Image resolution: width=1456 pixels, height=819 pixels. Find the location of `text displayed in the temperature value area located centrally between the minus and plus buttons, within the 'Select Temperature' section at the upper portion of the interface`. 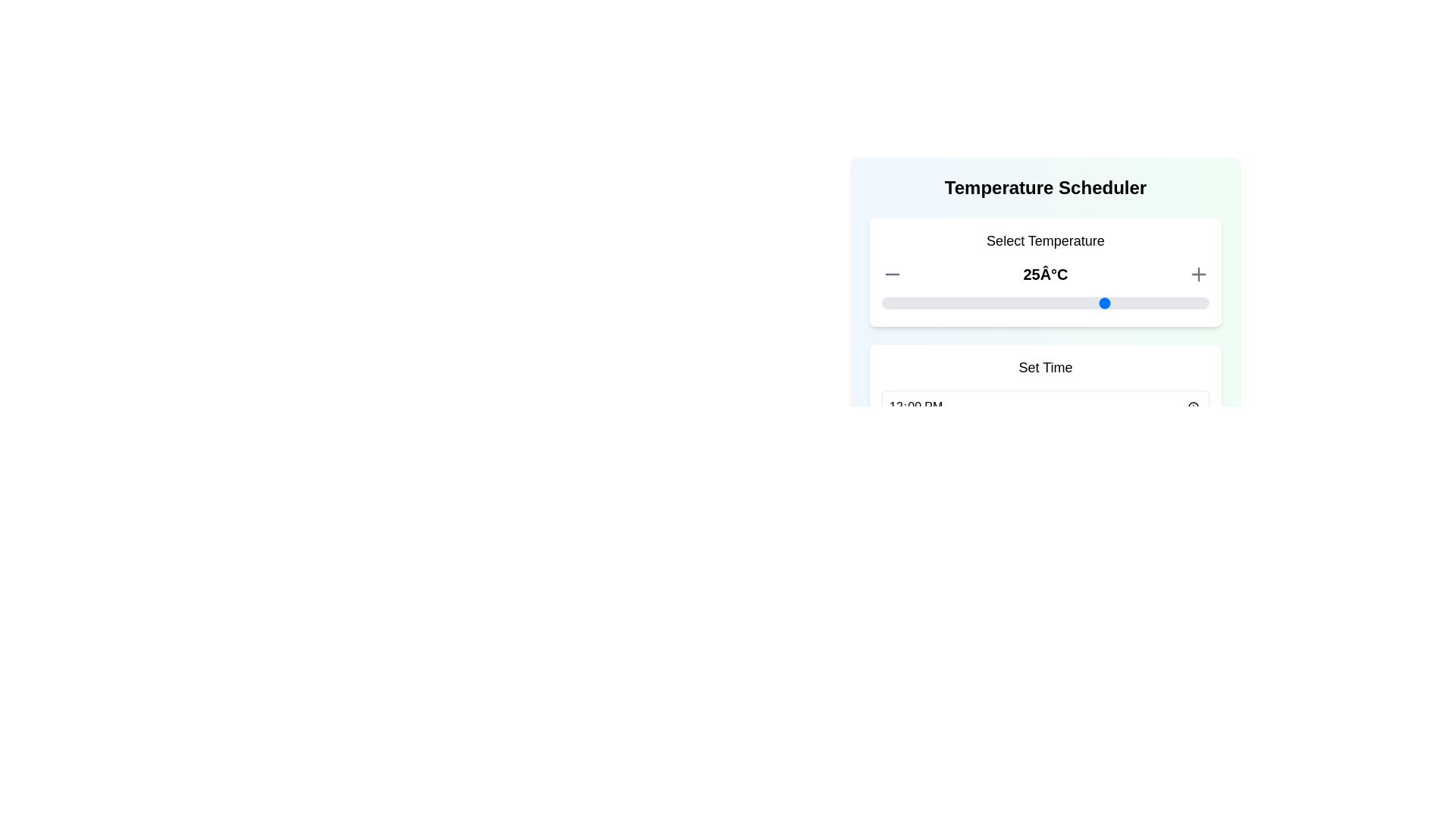

text displayed in the temperature value area located centrally between the minus and plus buttons, within the 'Select Temperature' section at the upper portion of the interface is located at coordinates (1044, 275).